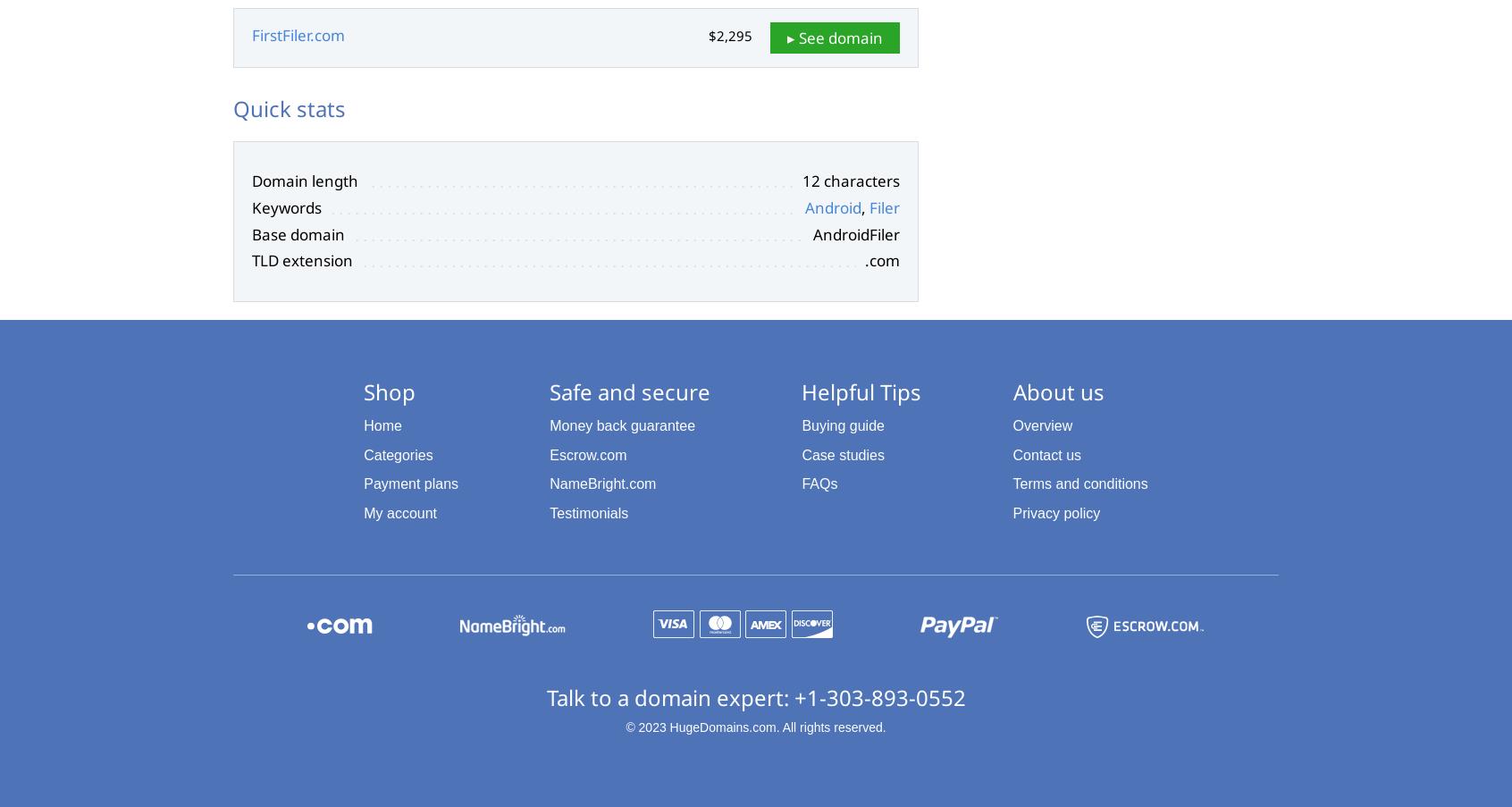 The image size is (1512, 807). I want to click on 'Filer', so click(883, 206).